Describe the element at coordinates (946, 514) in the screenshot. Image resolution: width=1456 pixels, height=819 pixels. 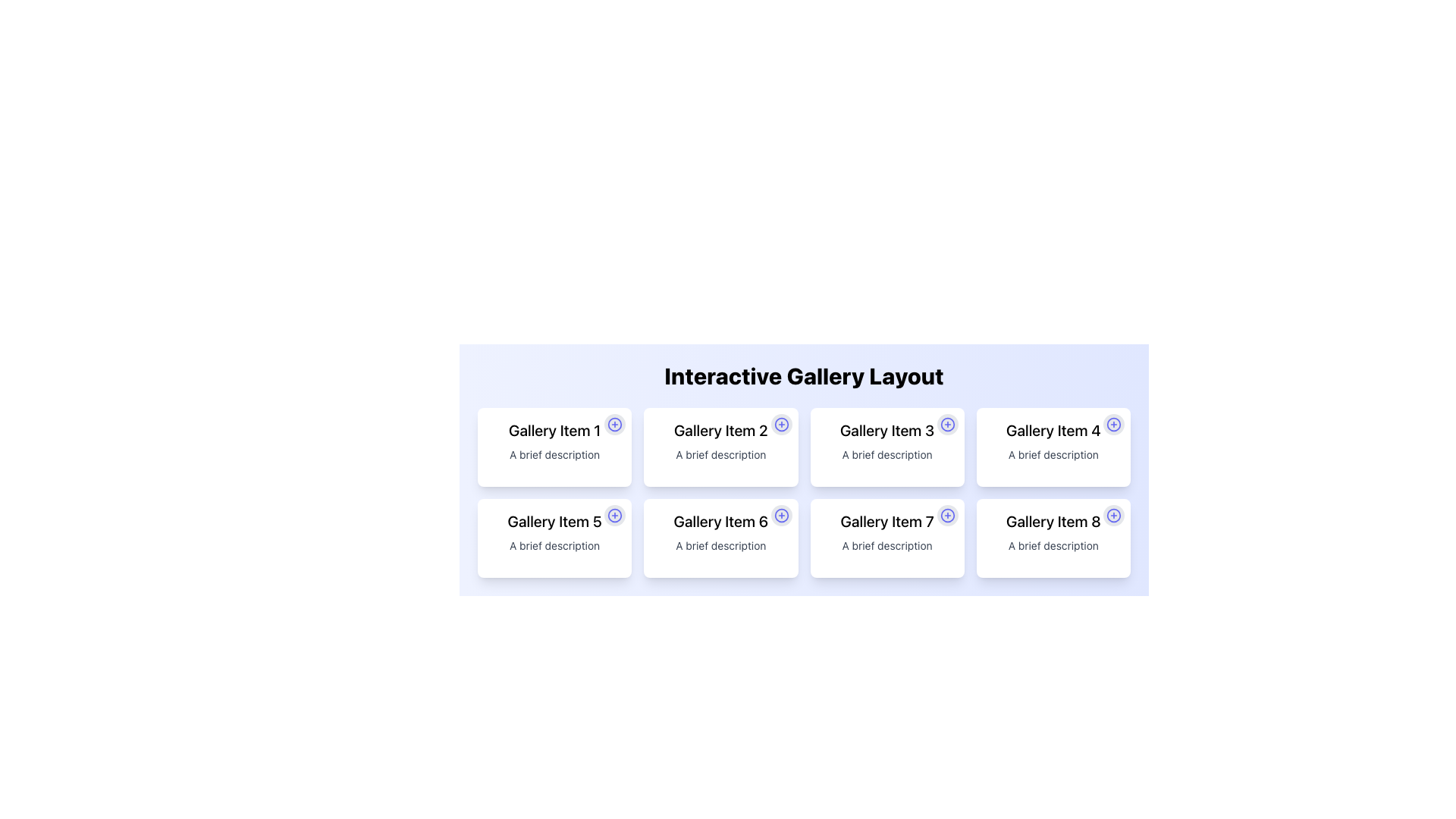
I see `the circular icon located at the top right corner of the card labeled 'Gallery Item 7'` at that location.